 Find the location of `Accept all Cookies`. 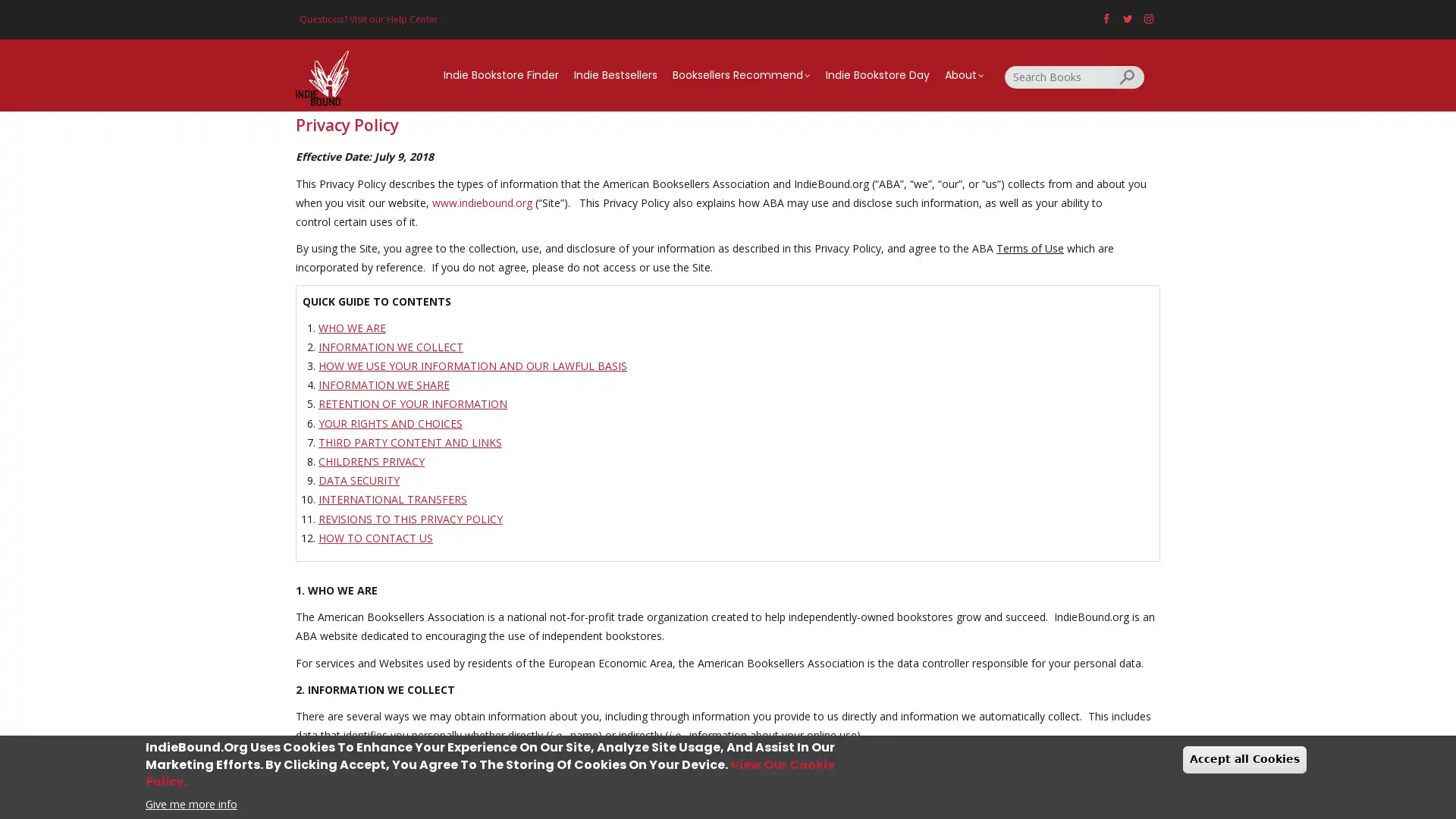

Accept all Cookies is located at coordinates (1244, 759).